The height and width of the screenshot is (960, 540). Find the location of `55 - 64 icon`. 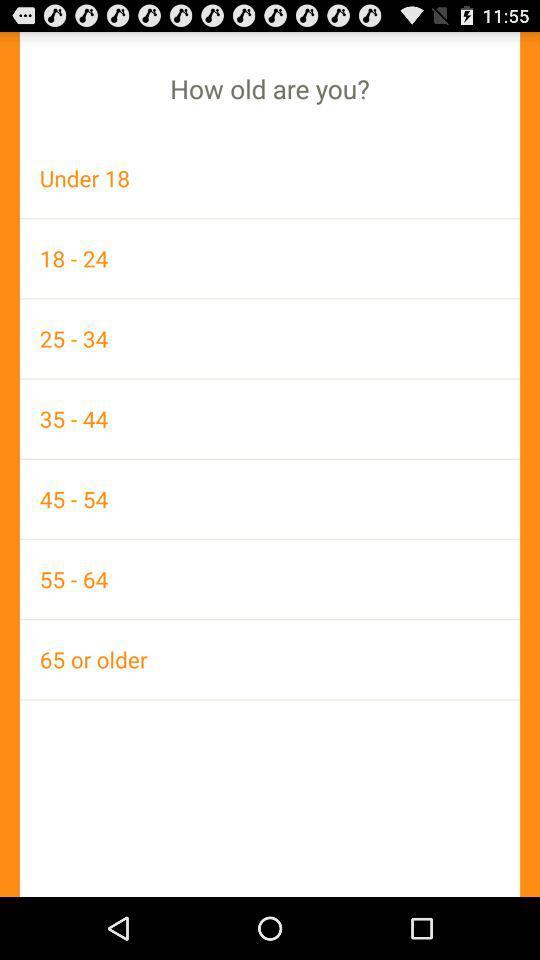

55 - 64 icon is located at coordinates (270, 579).